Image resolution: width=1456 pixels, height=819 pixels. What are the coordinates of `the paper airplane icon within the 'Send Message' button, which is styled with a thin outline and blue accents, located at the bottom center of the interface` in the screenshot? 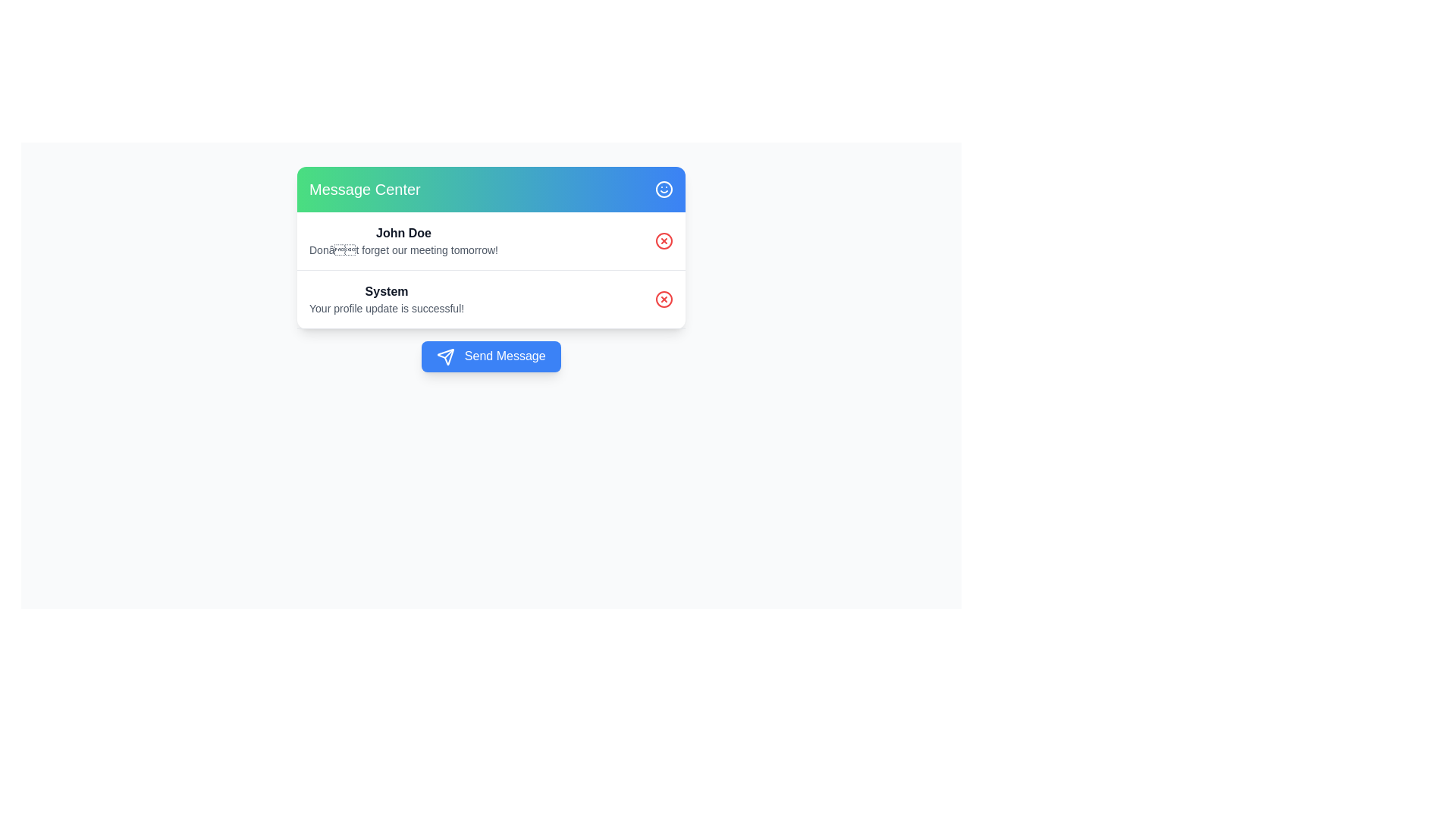 It's located at (445, 356).